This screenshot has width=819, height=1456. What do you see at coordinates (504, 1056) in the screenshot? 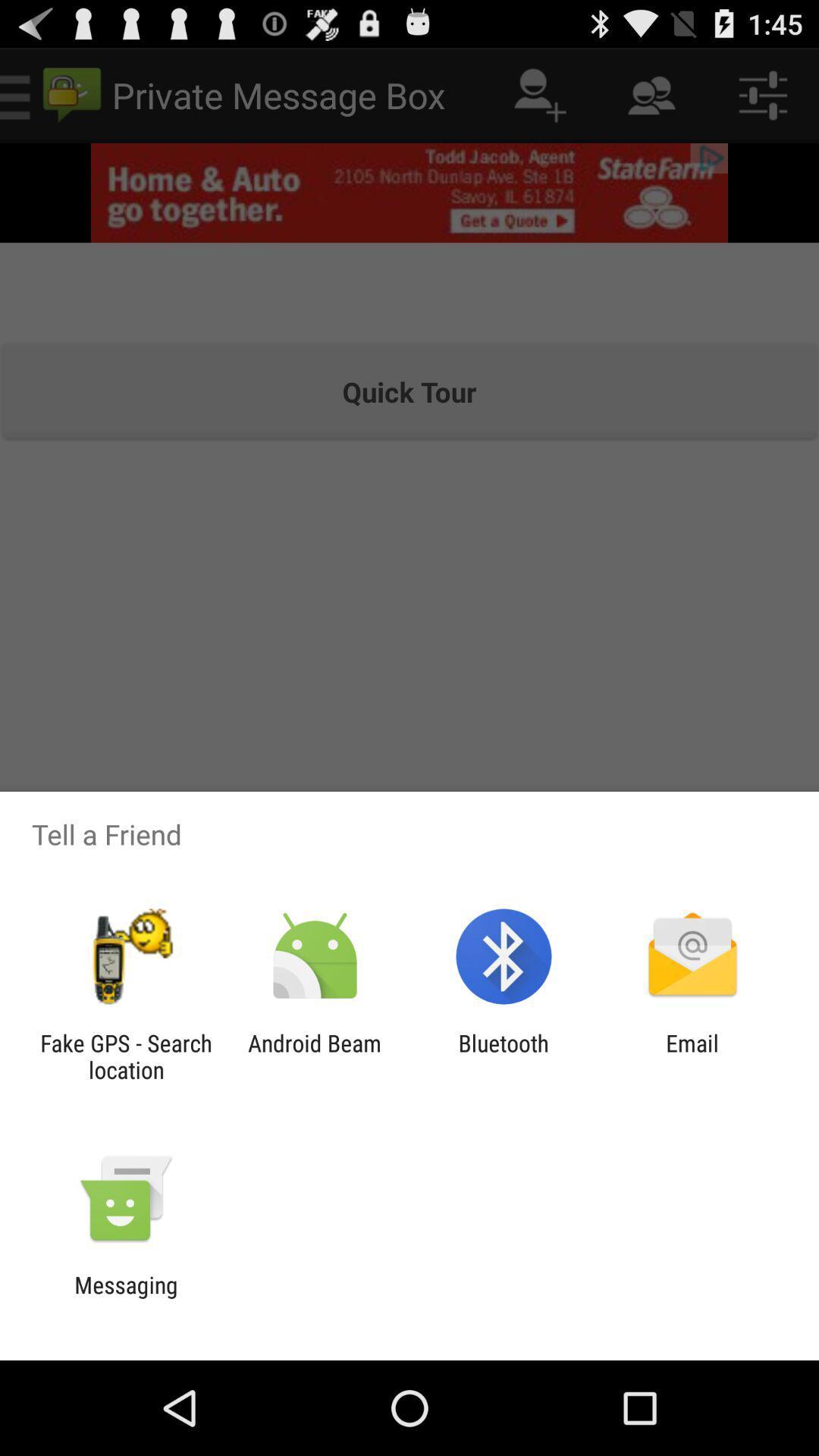
I see `the item to the left of the email` at bounding box center [504, 1056].